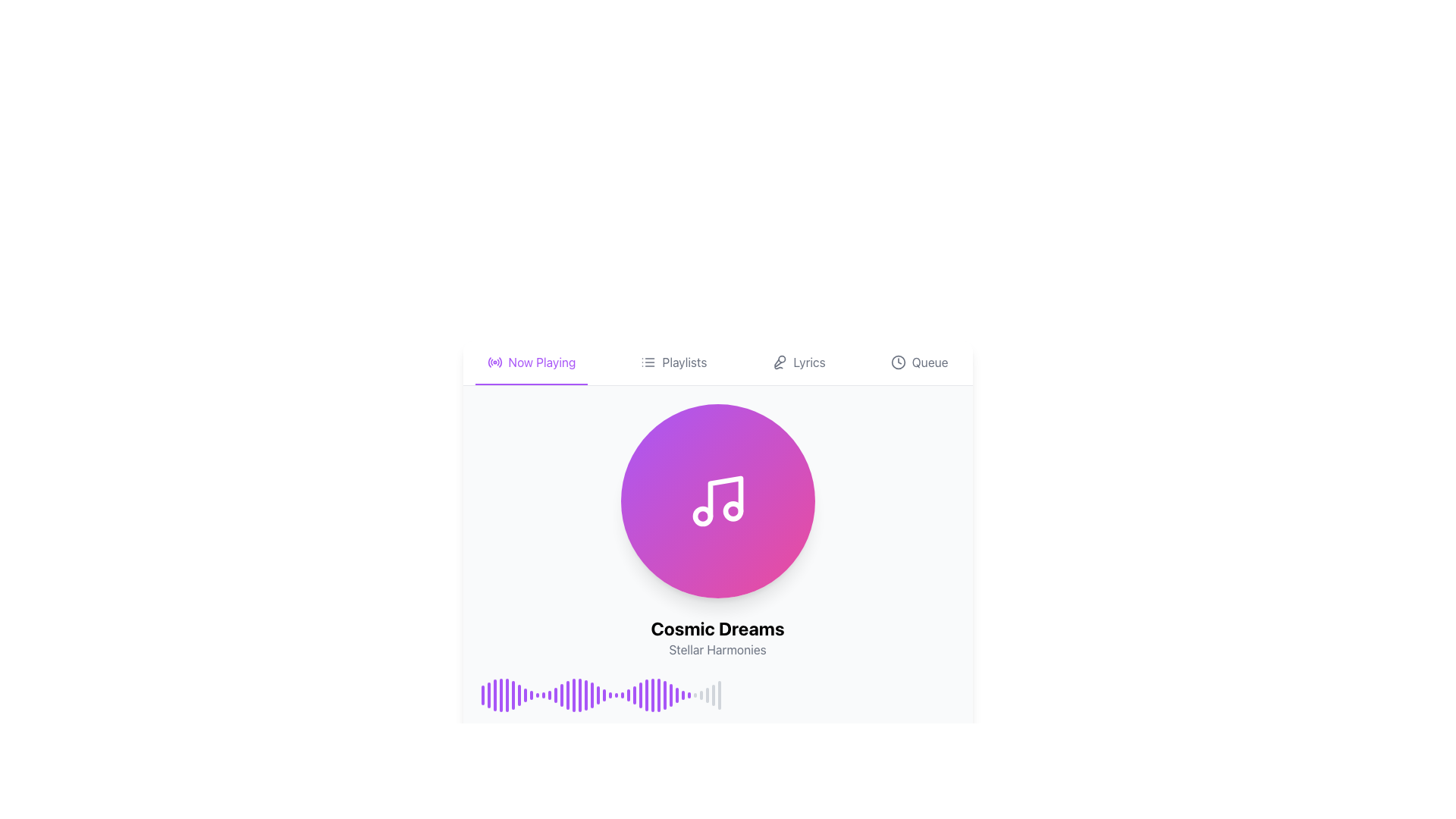 The image size is (1456, 819). Describe the element at coordinates (929, 362) in the screenshot. I see `the text label indicating a section or feature related to managing queue items, located at the top-right of the layout, to the immediate right of the clock icon` at that location.